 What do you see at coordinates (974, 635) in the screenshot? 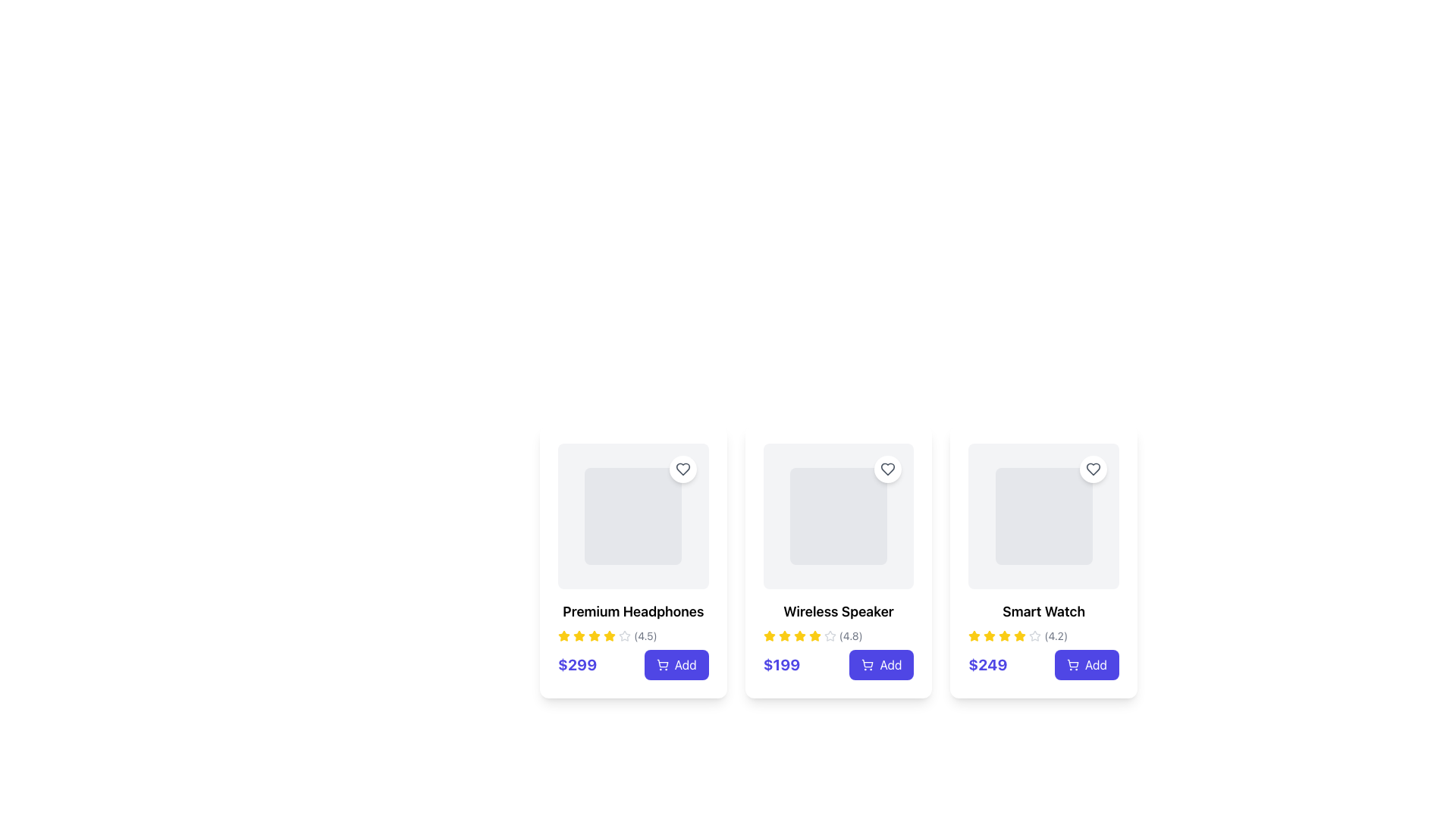
I see `the star icon located in the 'Smart Watch' product card, which is used to interact with the rating system` at bounding box center [974, 635].